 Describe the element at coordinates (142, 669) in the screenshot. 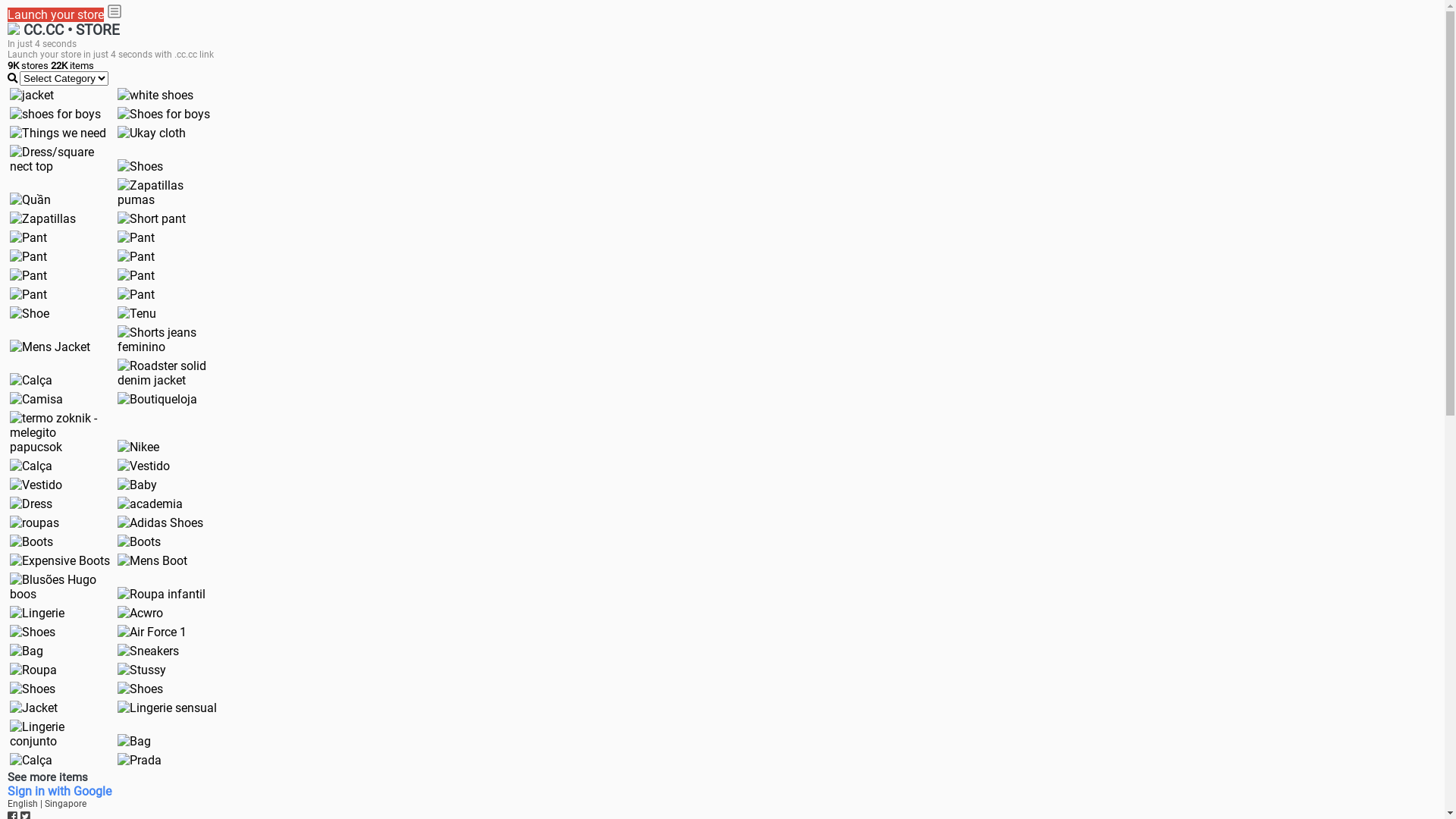

I see `'Stussy'` at that location.